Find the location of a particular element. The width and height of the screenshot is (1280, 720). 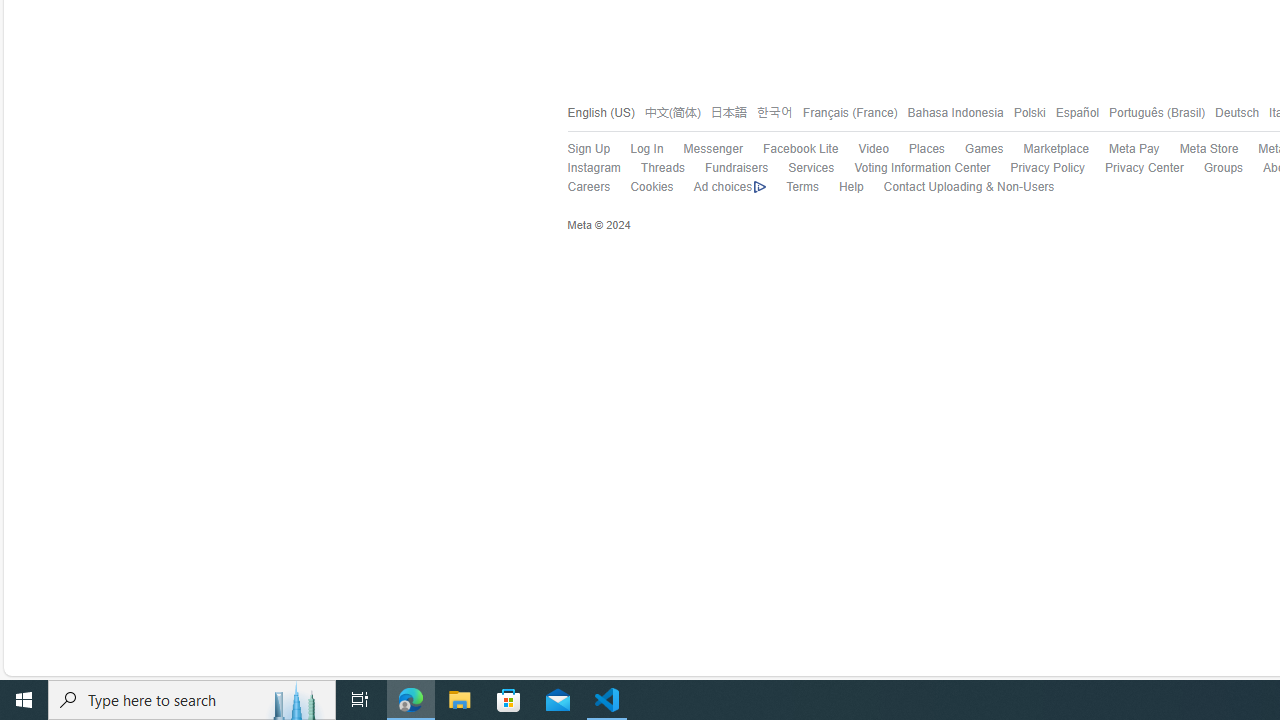

'Threads' is located at coordinates (652, 168).